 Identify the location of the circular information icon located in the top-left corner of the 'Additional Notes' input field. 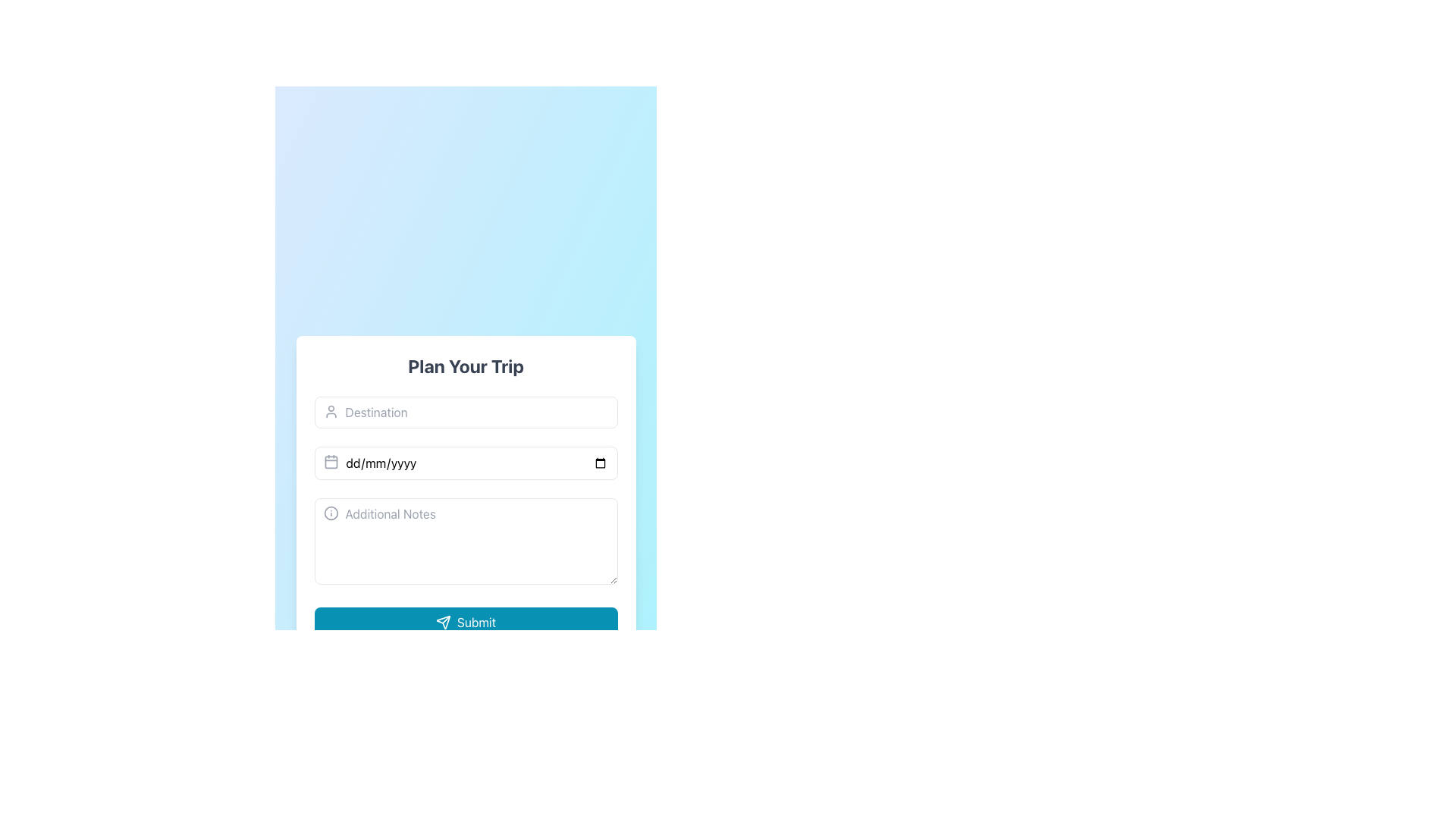
(330, 513).